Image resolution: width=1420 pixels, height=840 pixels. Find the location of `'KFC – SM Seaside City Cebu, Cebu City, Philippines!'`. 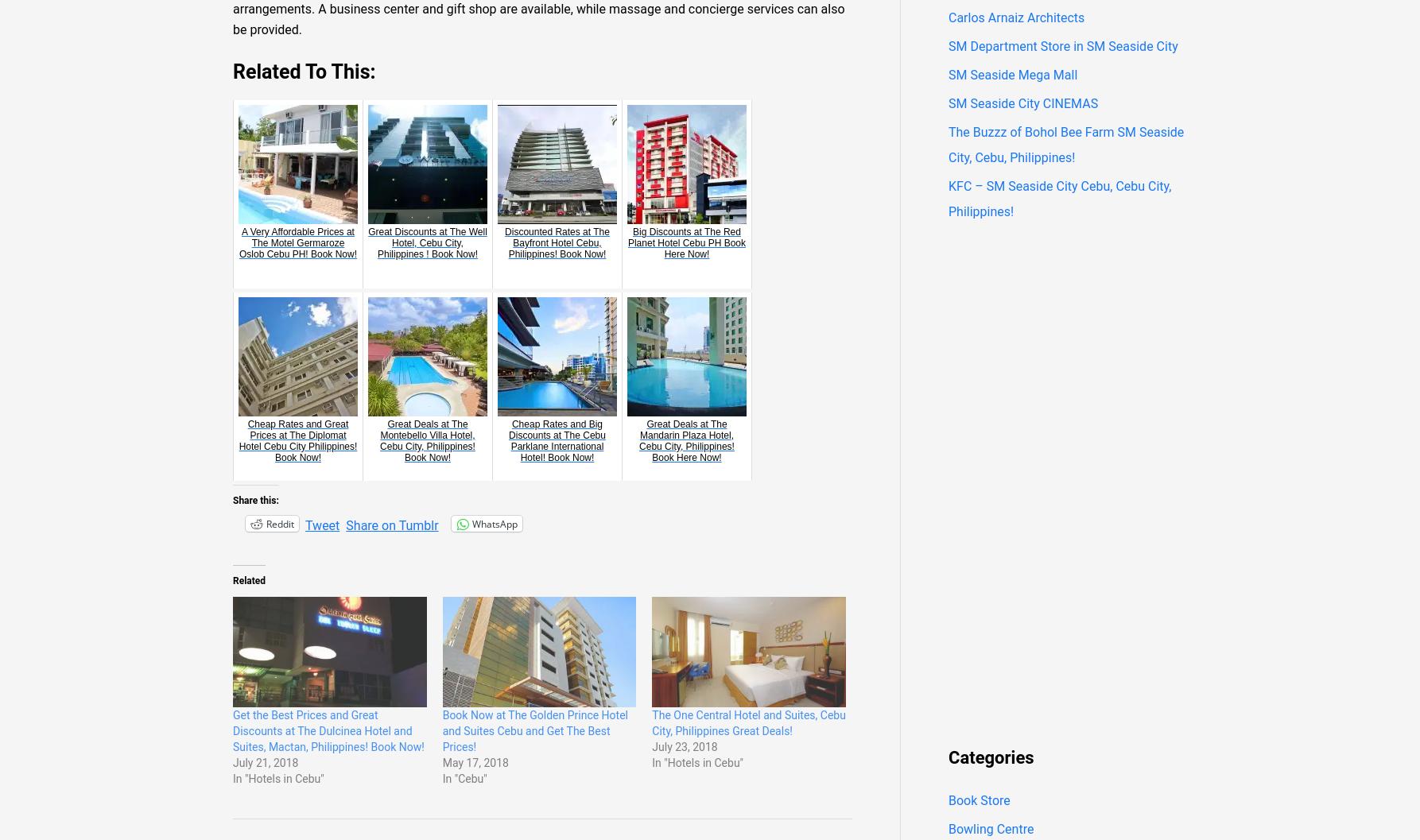

'KFC – SM Seaside City Cebu, Cebu City, Philippines!' is located at coordinates (949, 197).